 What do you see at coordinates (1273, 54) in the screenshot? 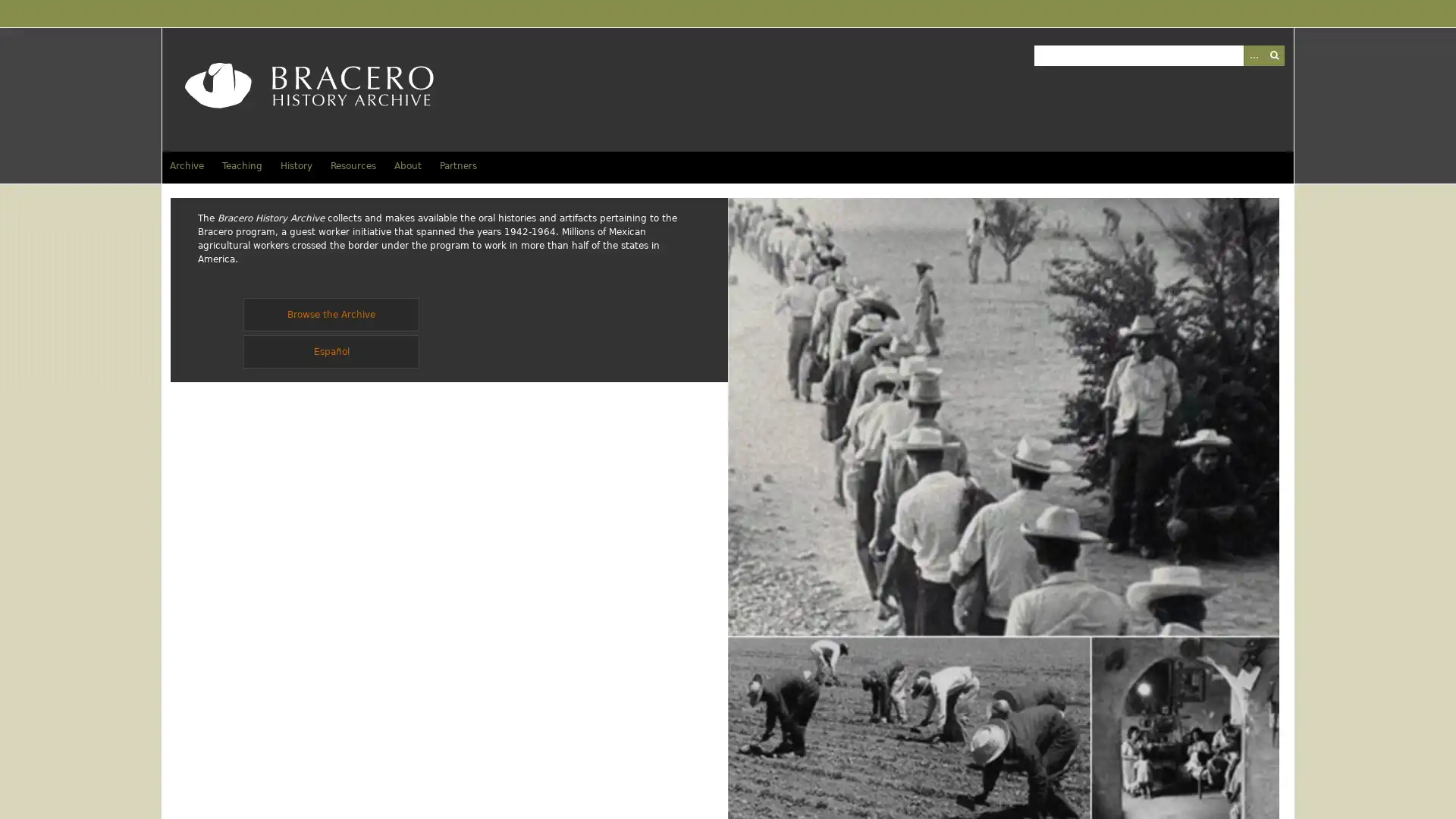
I see `Search` at bounding box center [1273, 54].